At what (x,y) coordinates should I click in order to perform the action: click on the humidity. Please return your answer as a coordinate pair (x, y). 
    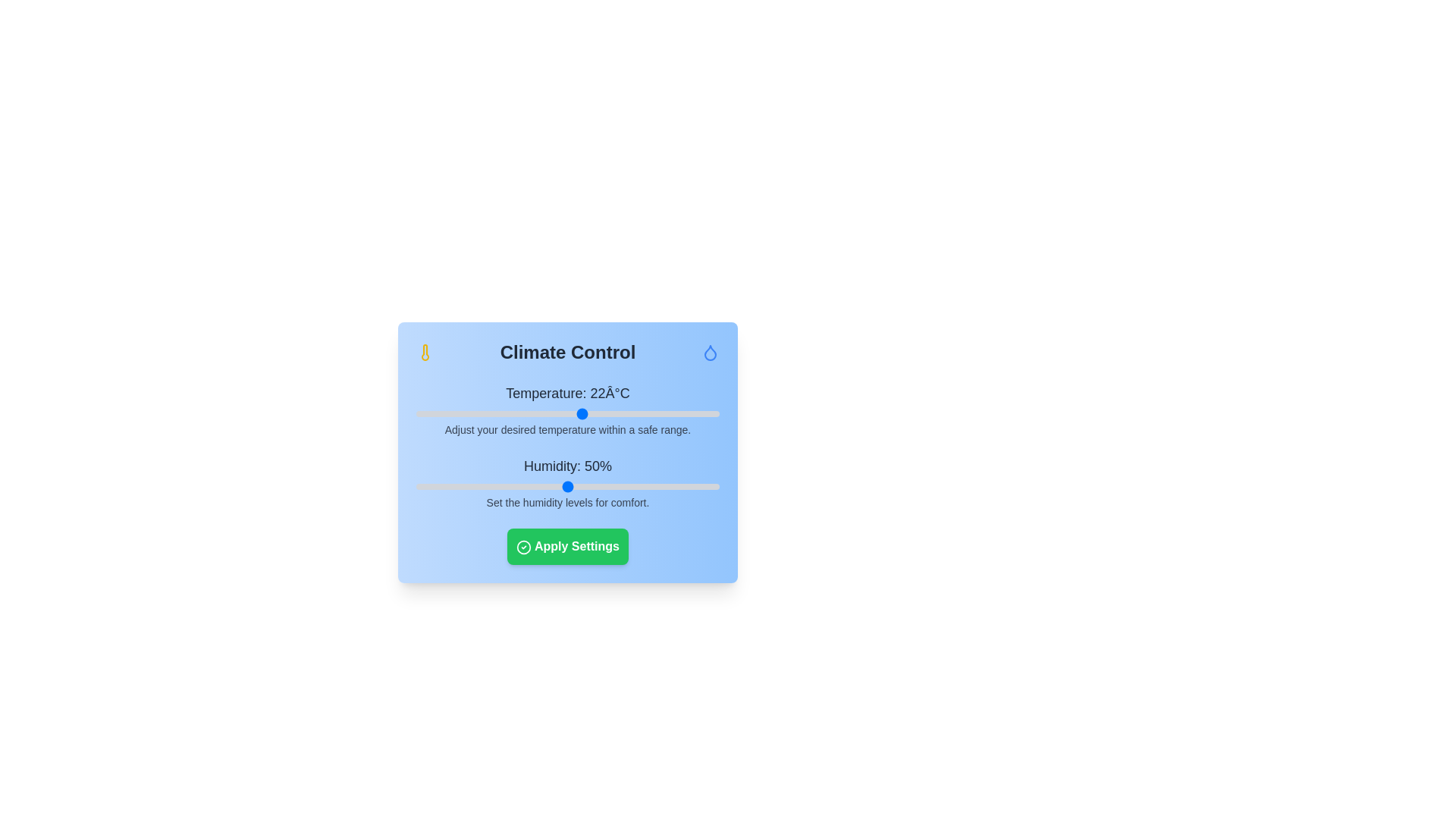
    Looking at the image, I should click on (507, 486).